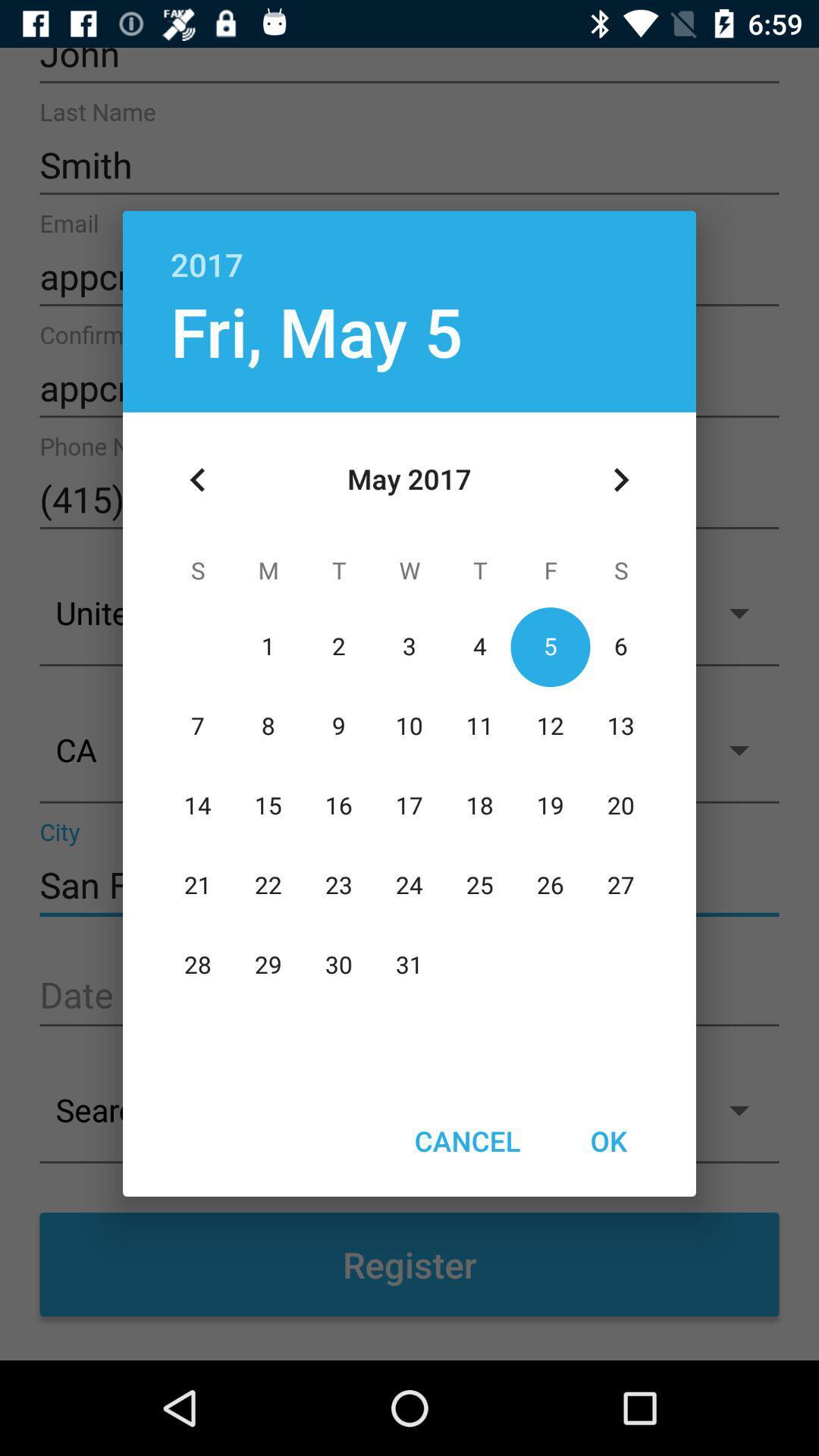  What do you see at coordinates (409, 248) in the screenshot?
I see `item above fri, may 5 icon` at bounding box center [409, 248].